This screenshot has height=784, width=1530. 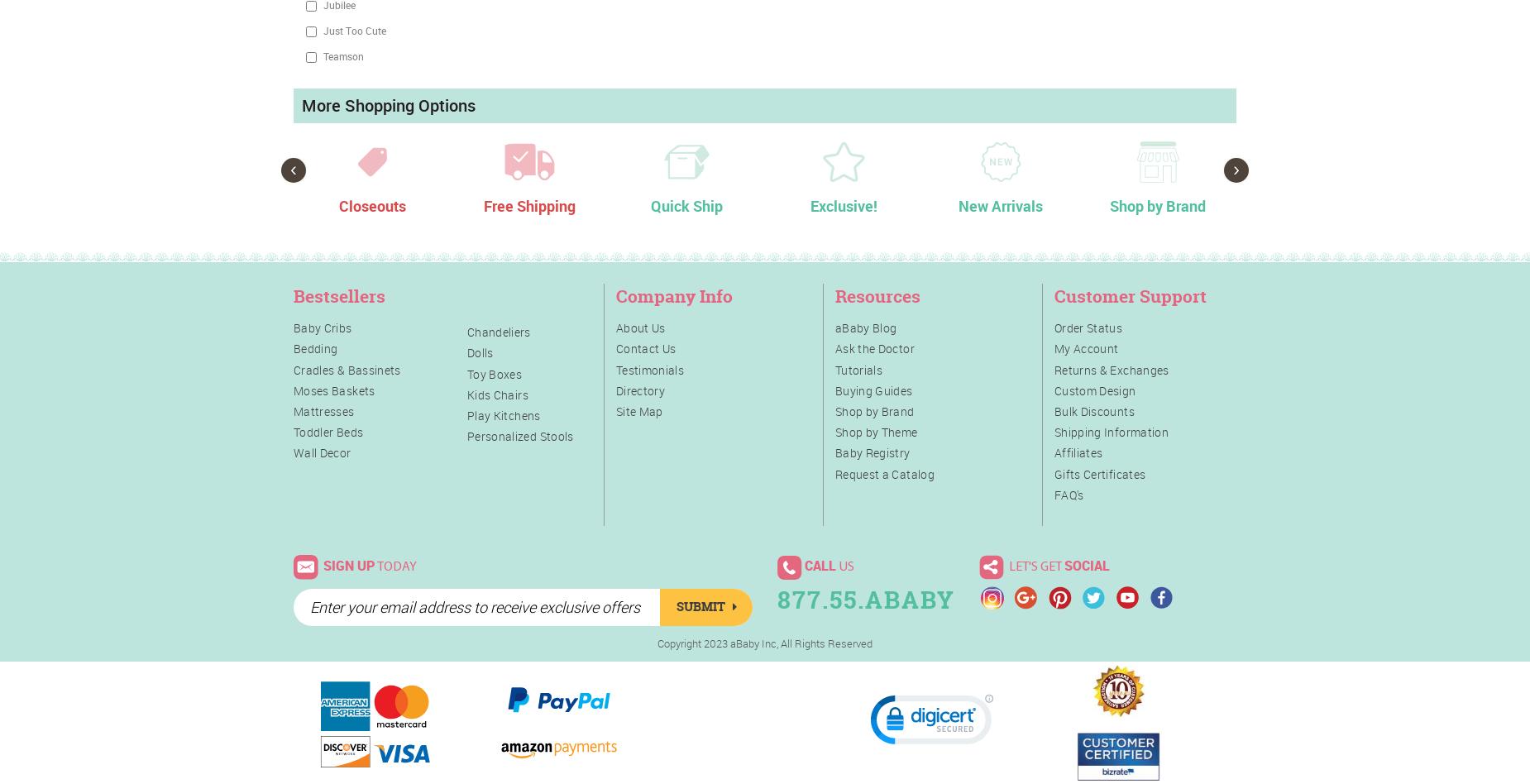 What do you see at coordinates (348, 564) in the screenshot?
I see `'SIGN UP'` at bounding box center [348, 564].